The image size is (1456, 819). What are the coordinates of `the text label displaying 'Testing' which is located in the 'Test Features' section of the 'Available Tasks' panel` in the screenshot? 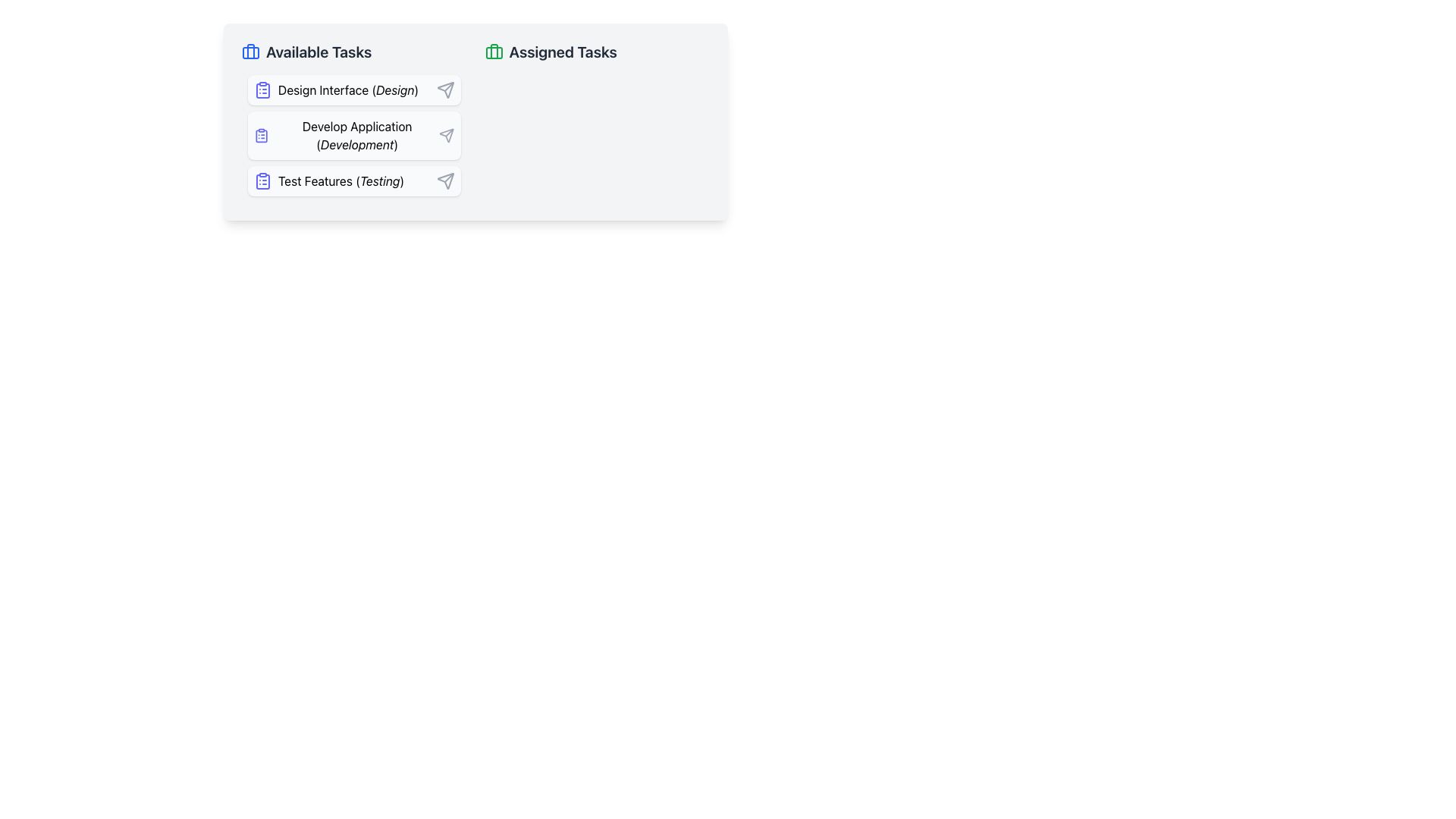 It's located at (380, 180).